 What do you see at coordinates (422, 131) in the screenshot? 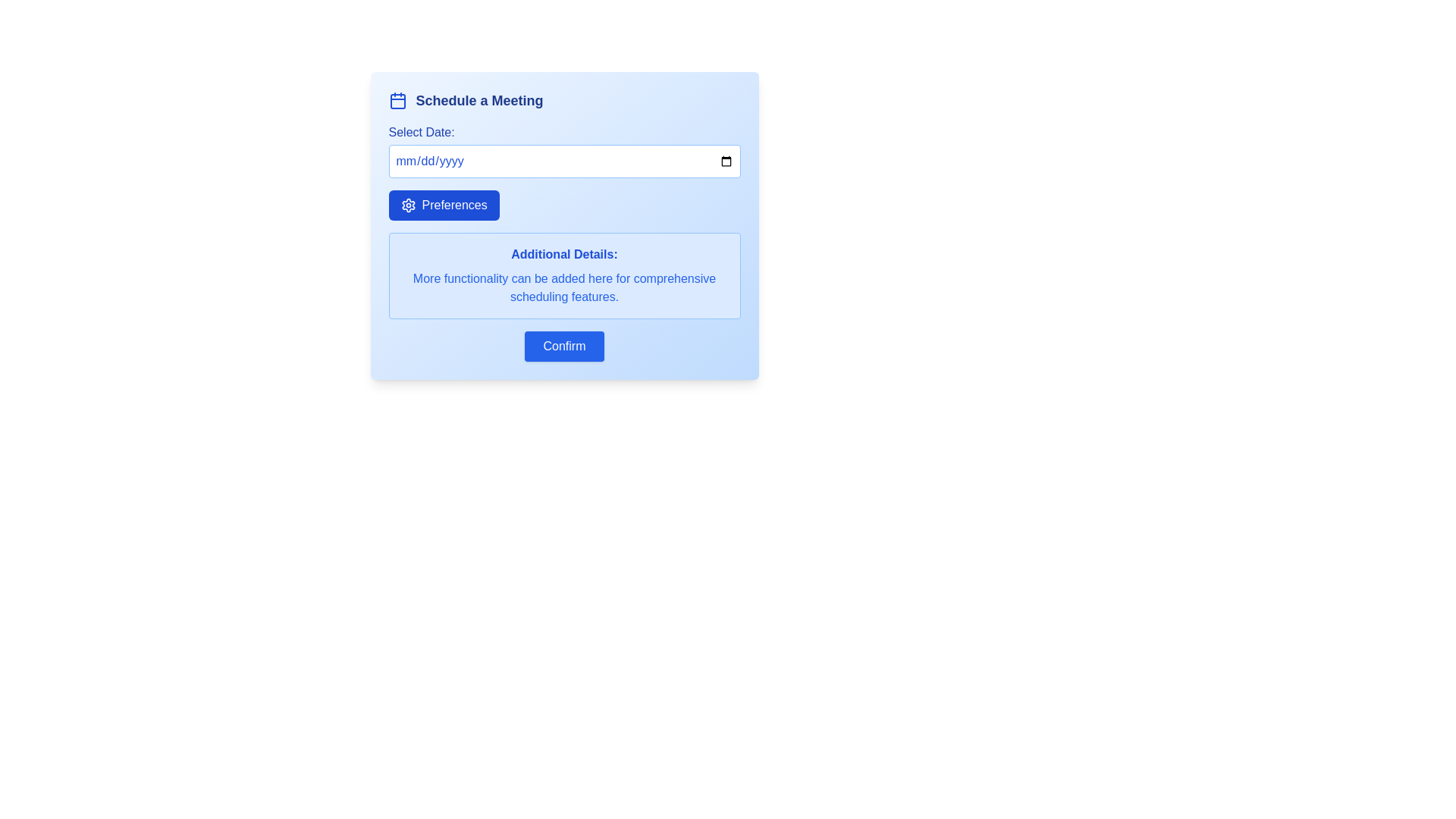
I see `the text label that indicates the purpose of the associated date input field located directly above it` at bounding box center [422, 131].